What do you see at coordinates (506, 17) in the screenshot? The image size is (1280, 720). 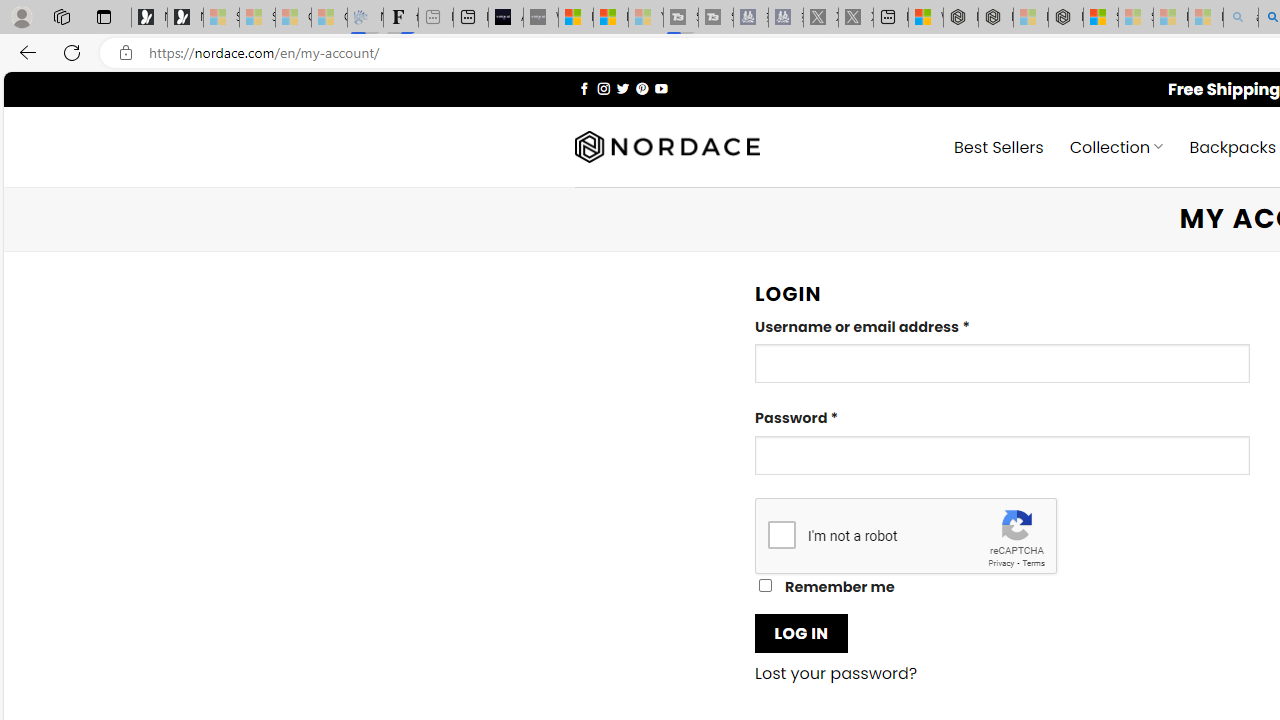 I see `'AI Voice Changer for PC and Mac - Voice.ai'` at bounding box center [506, 17].